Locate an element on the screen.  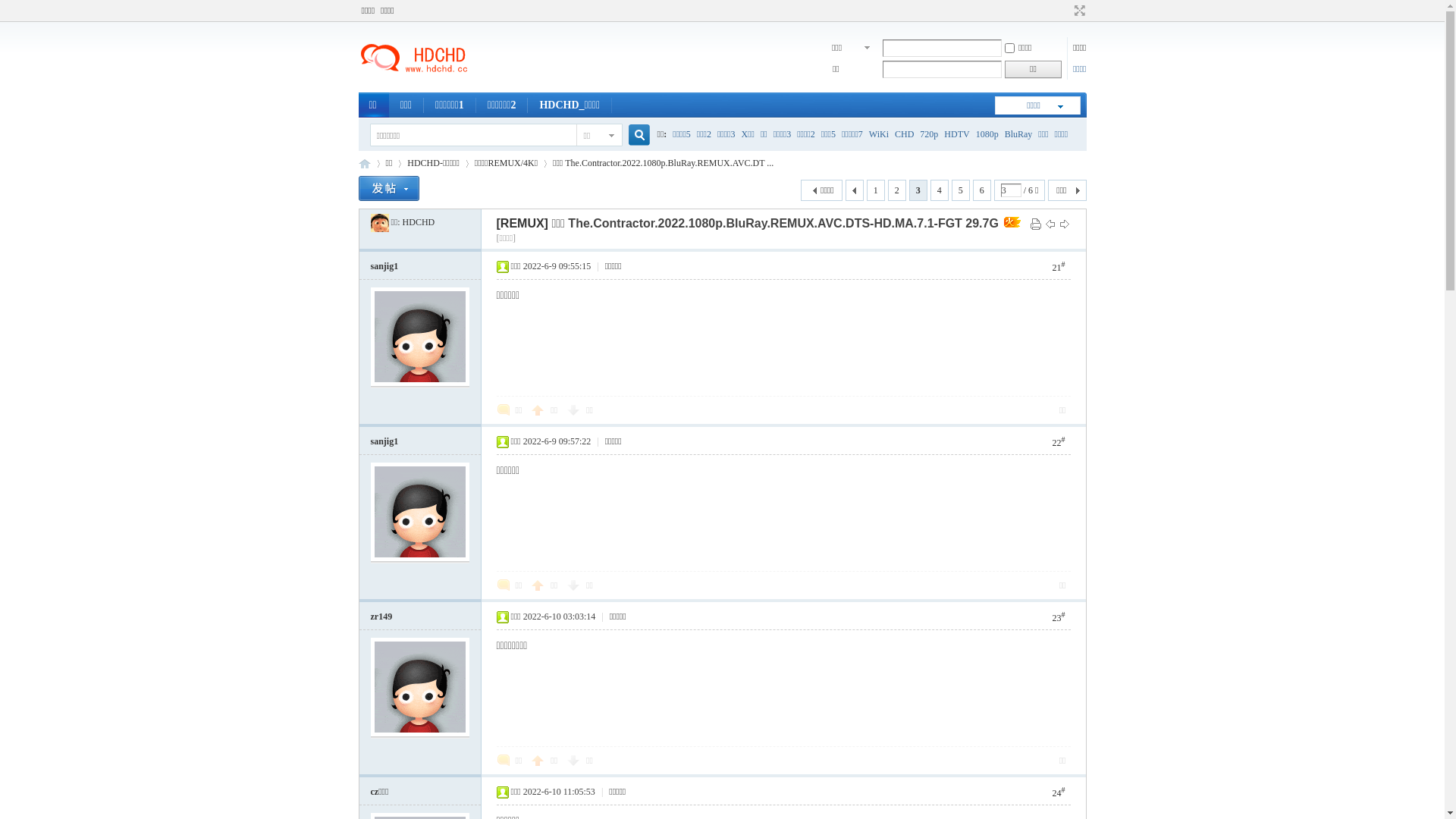
'720p' is located at coordinates (927, 133).